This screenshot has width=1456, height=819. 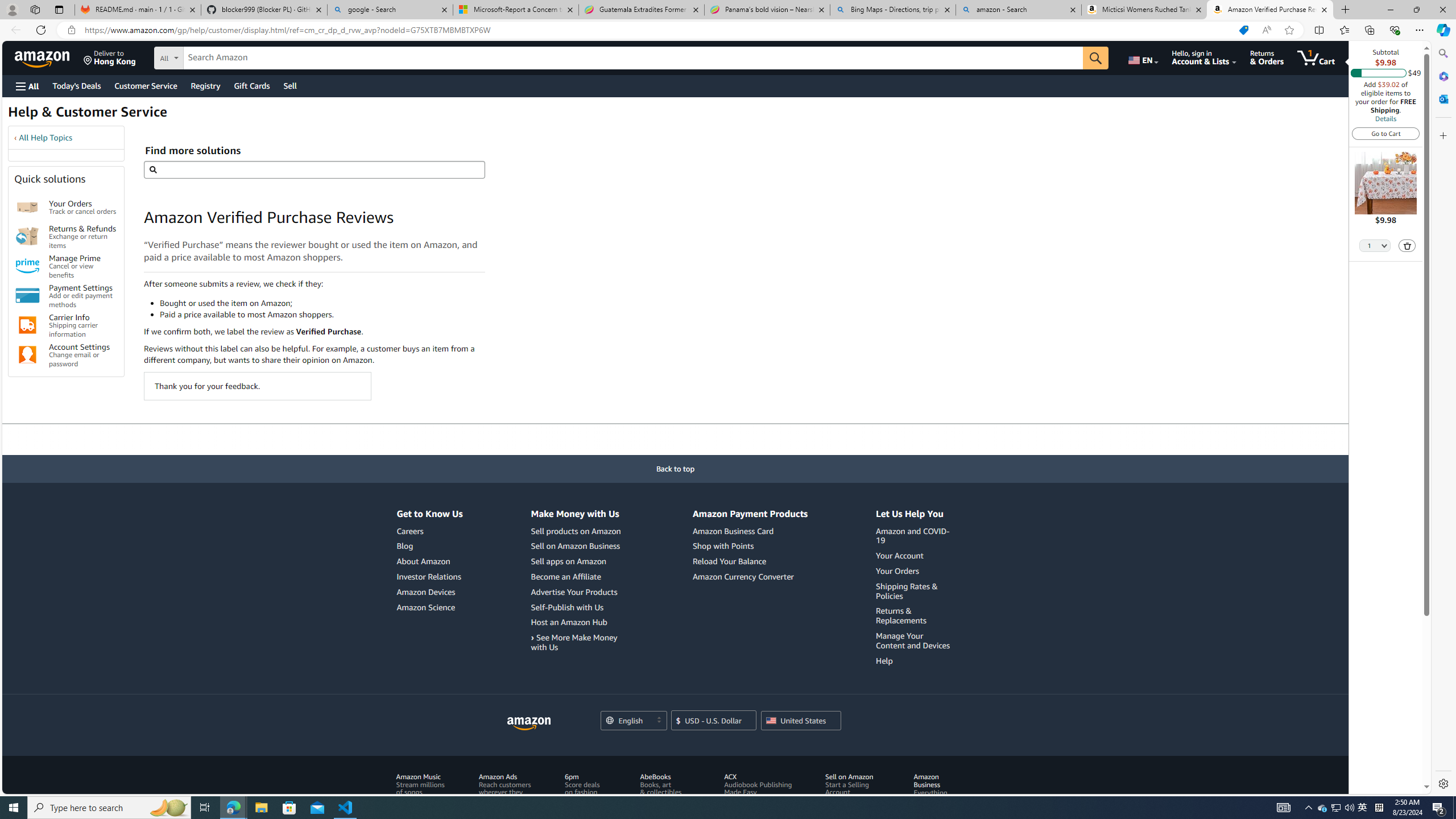 What do you see at coordinates (577, 592) in the screenshot?
I see `'Advertise Your Products'` at bounding box center [577, 592].